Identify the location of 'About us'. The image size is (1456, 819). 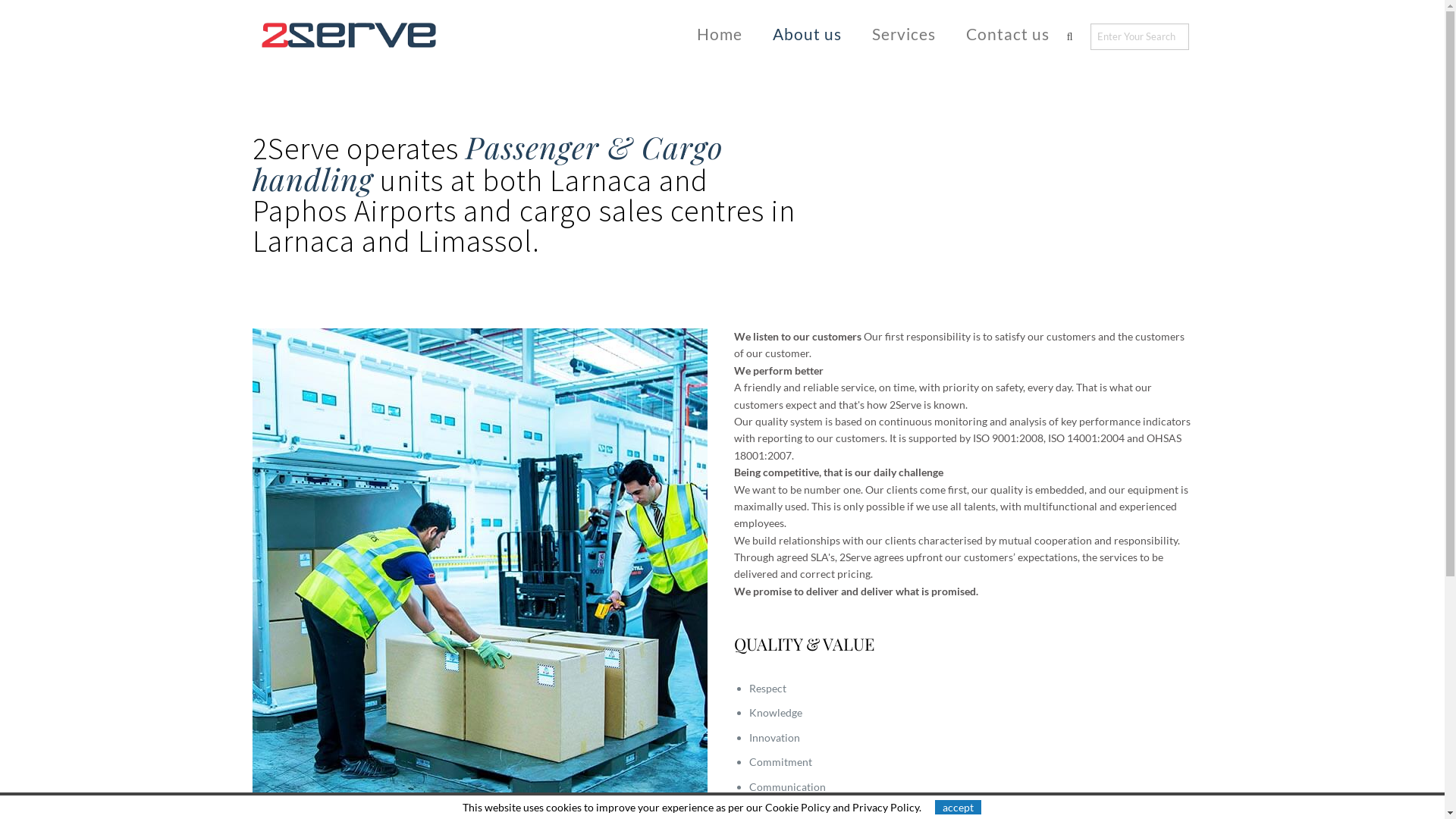
(806, 33).